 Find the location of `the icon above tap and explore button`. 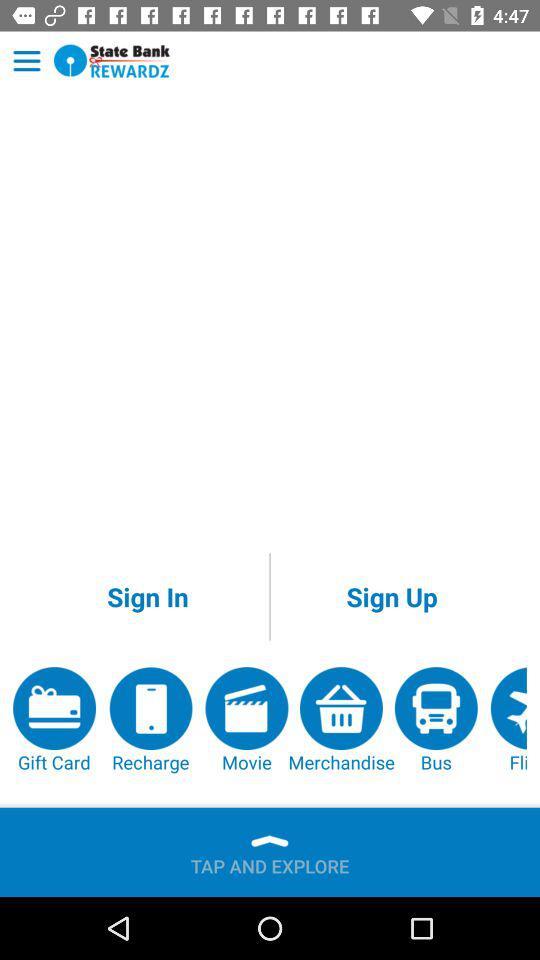

the icon above tap and explore button is located at coordinates (246, 720).